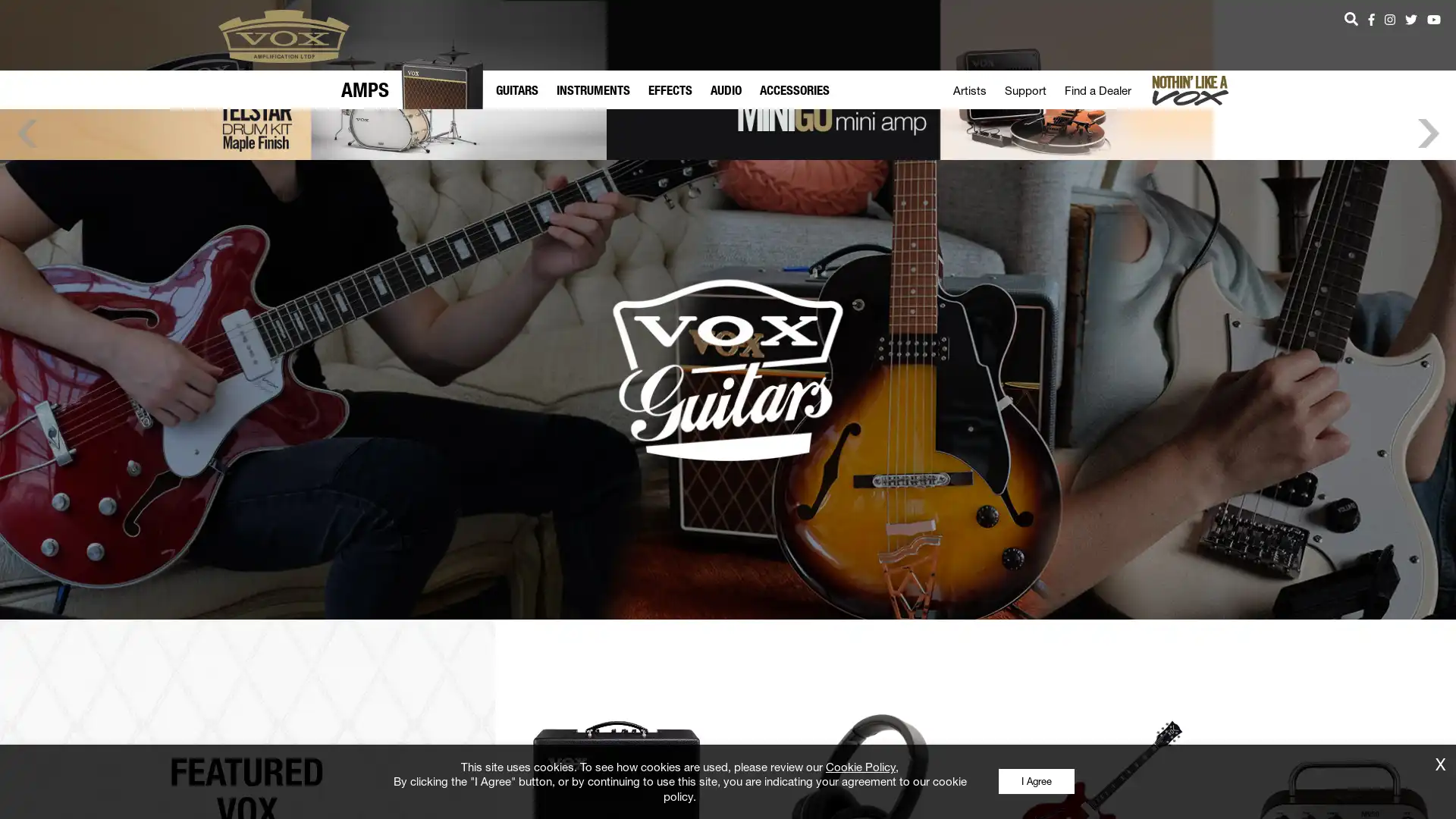 The width and height of the screenshot is (1456, 819). Describe the element at coordinates (1427, 244) in the screenshot. I see `next` at that location.